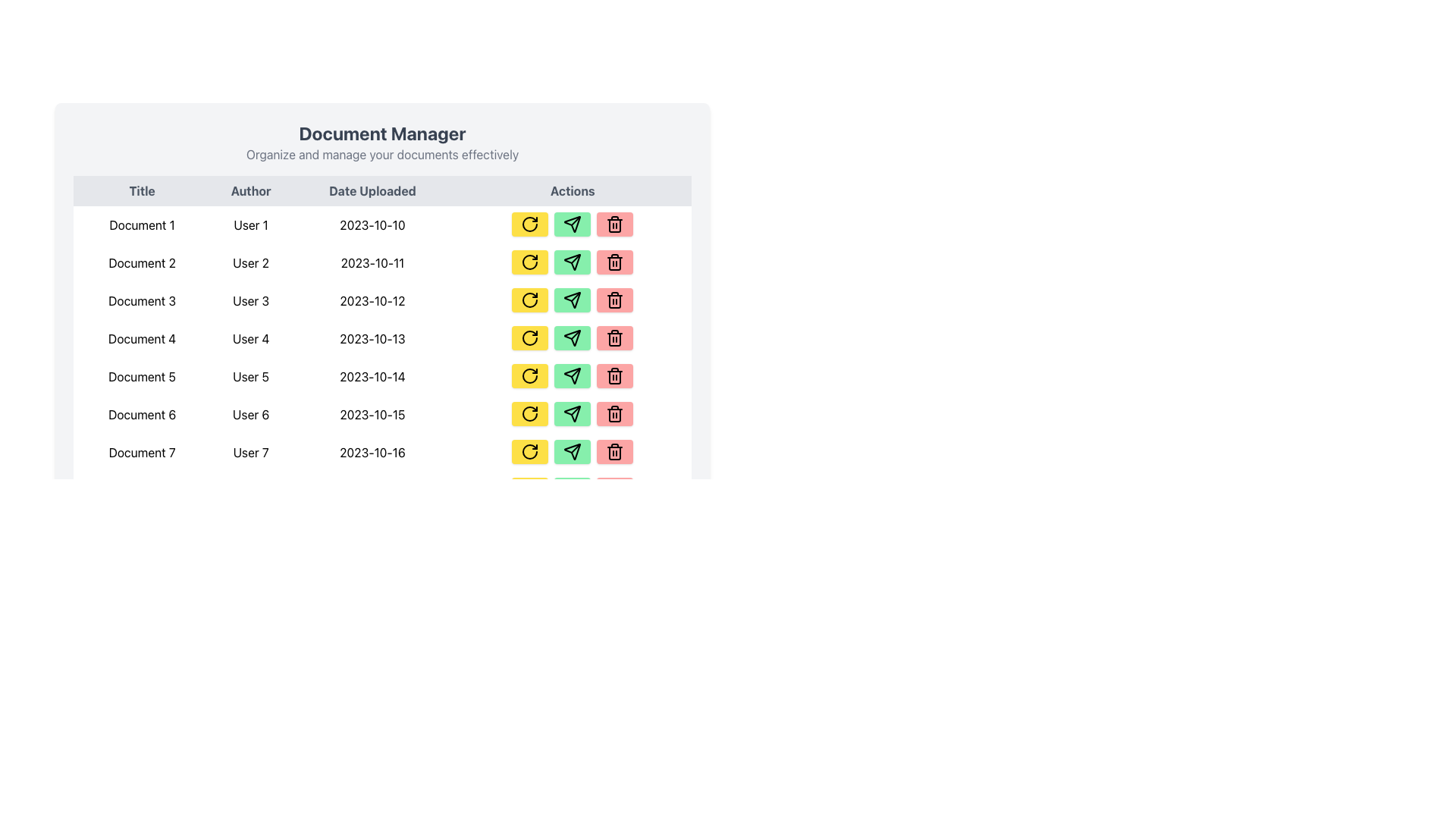 This screenshot has width=1456, height=819. I want to click on the third button in the 'Actions' column with a red background and a trash icon, corresponding to 'Document 6', so click(615, 375).